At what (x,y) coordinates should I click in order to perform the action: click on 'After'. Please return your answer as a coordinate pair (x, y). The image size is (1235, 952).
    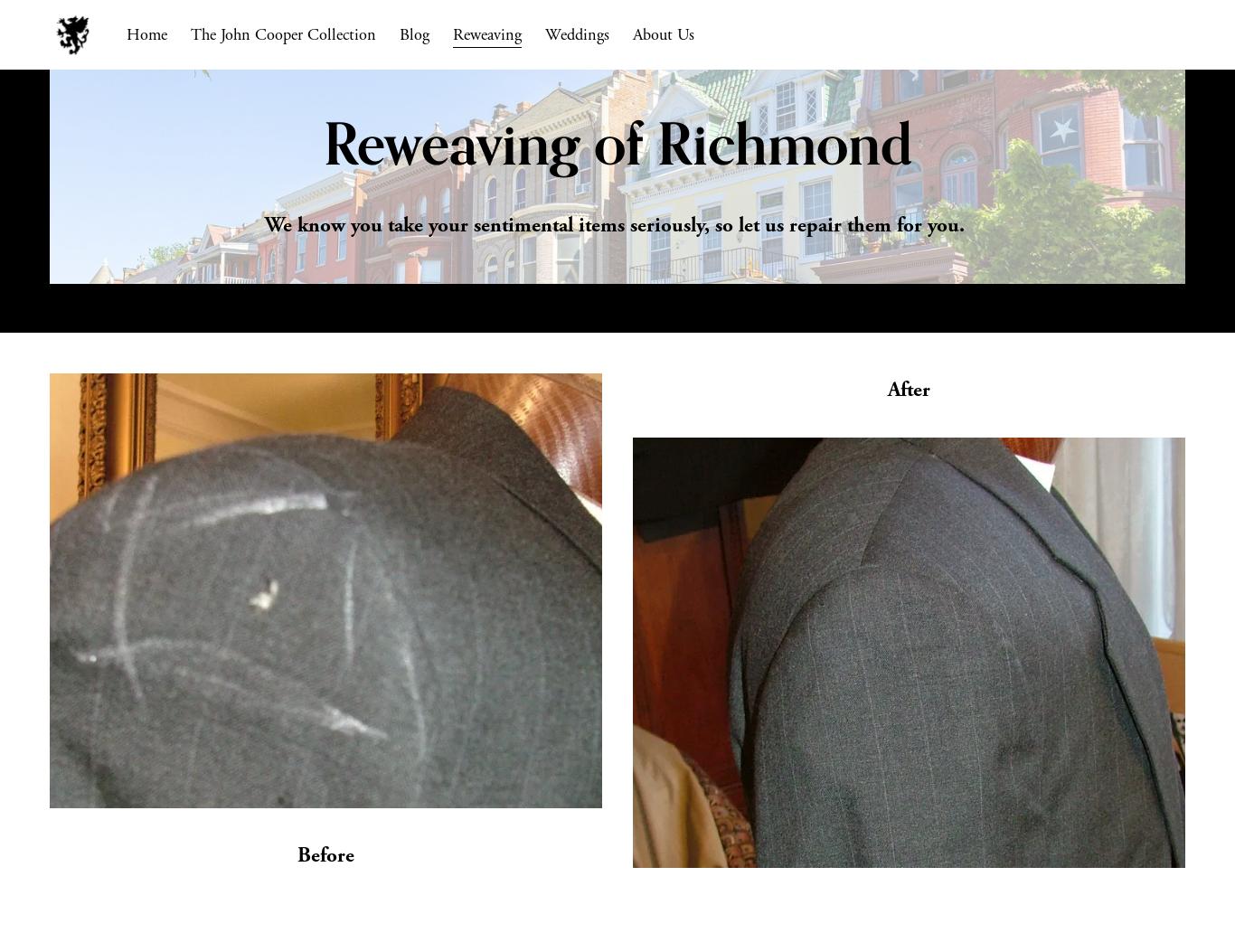
    Looking at the image, I should click on (909, 390).